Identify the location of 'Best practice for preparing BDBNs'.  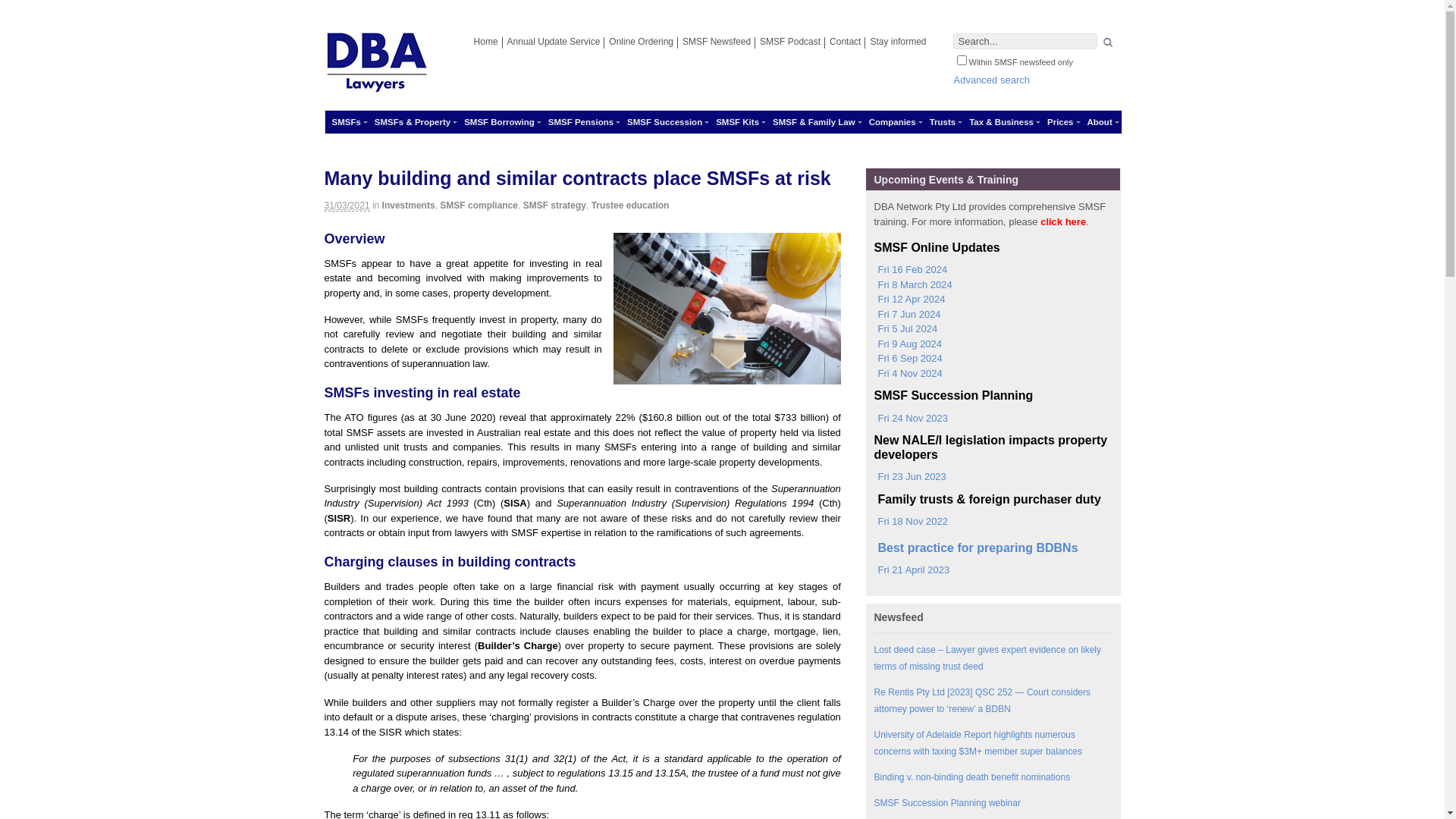
(874, 548).